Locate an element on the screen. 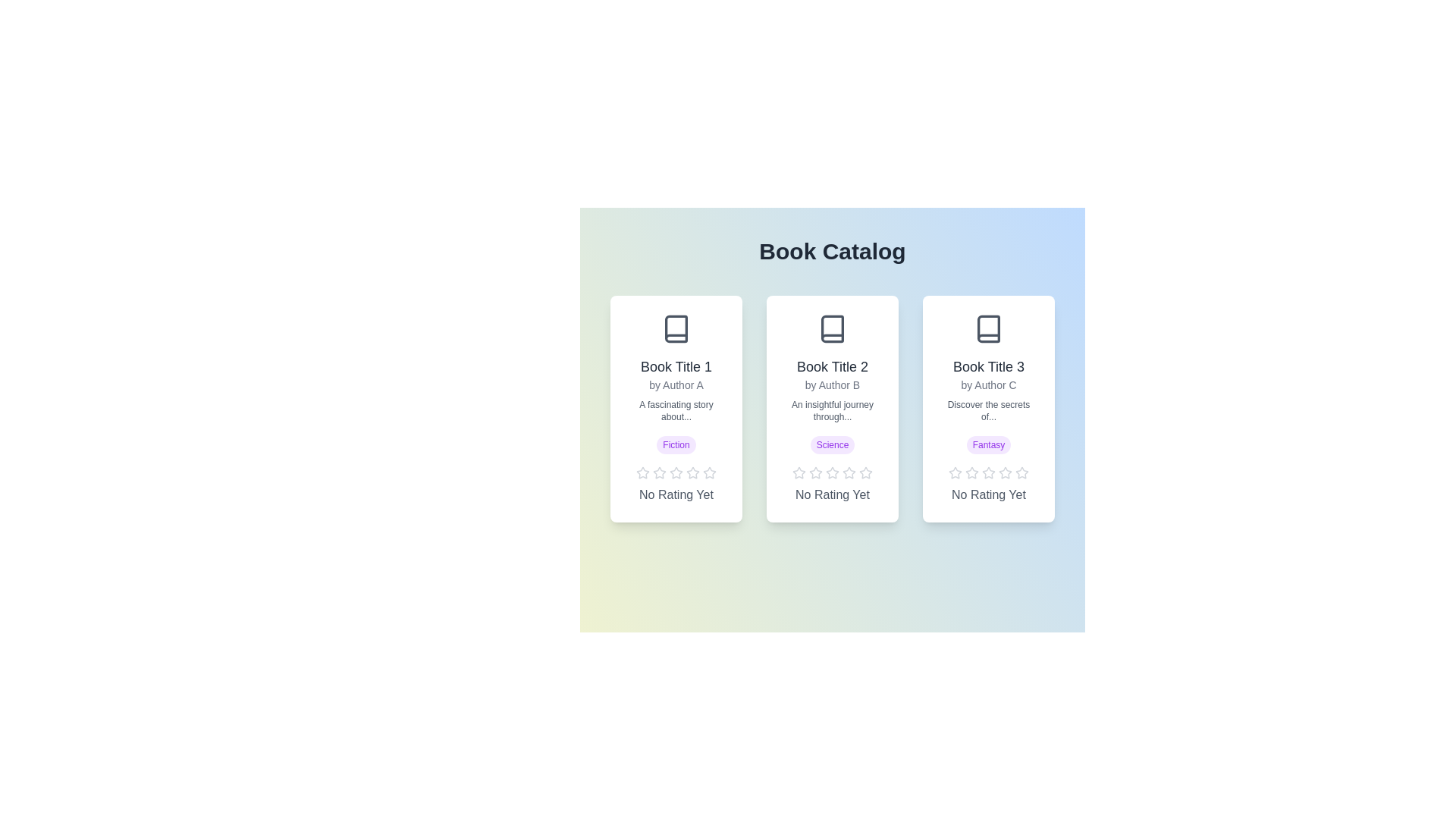 The width and height of the screenshot is (1456, 819). the genre tag Science to interact with it is located at coordinates (832, 444).